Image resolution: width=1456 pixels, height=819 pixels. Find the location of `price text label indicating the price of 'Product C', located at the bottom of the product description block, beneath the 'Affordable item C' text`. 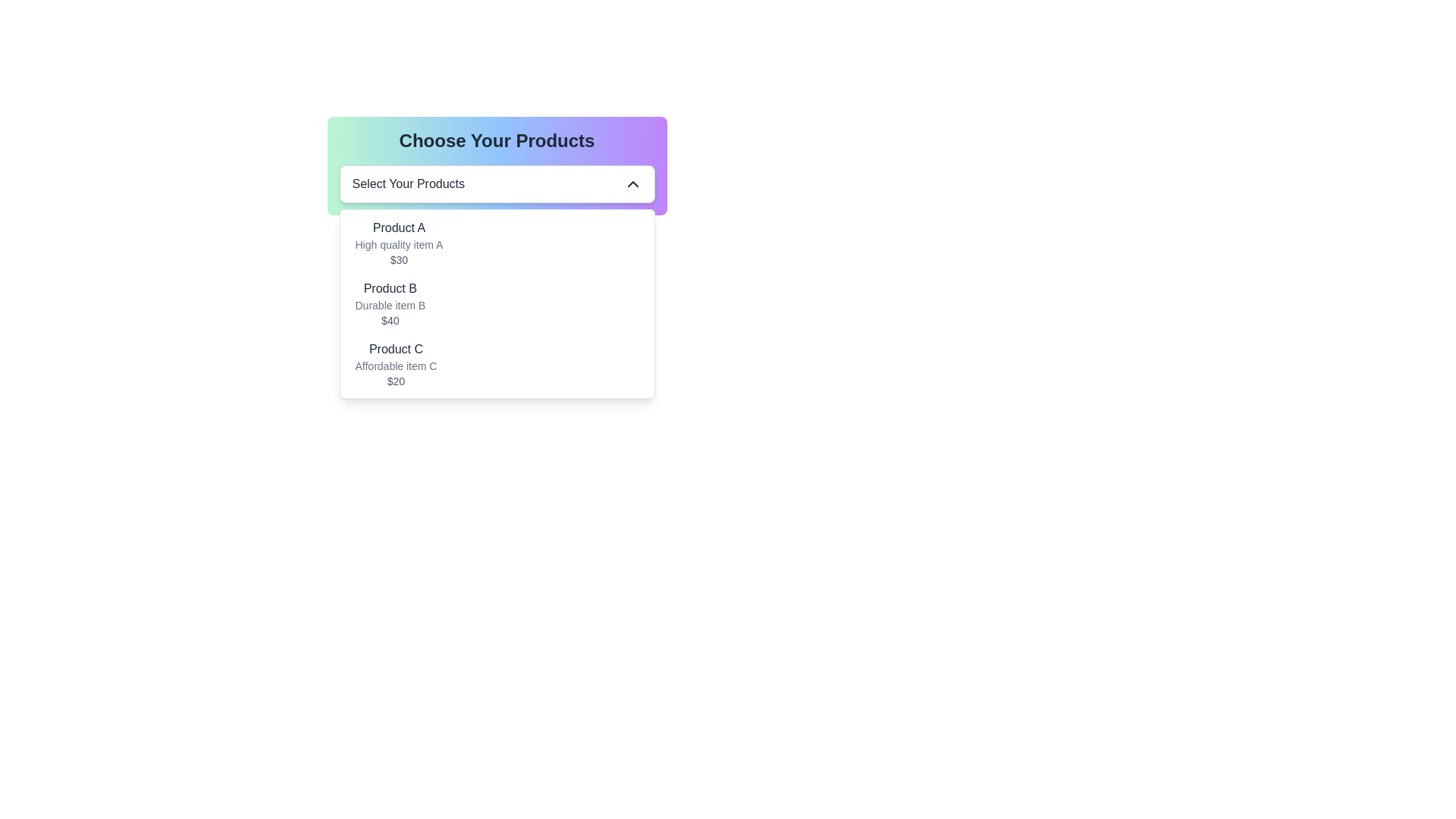

price text label indicating the price of 'Product C', located at the bottom of the product description block, beneath the 'Affordable item C' text is located at coordinates (396, 380).